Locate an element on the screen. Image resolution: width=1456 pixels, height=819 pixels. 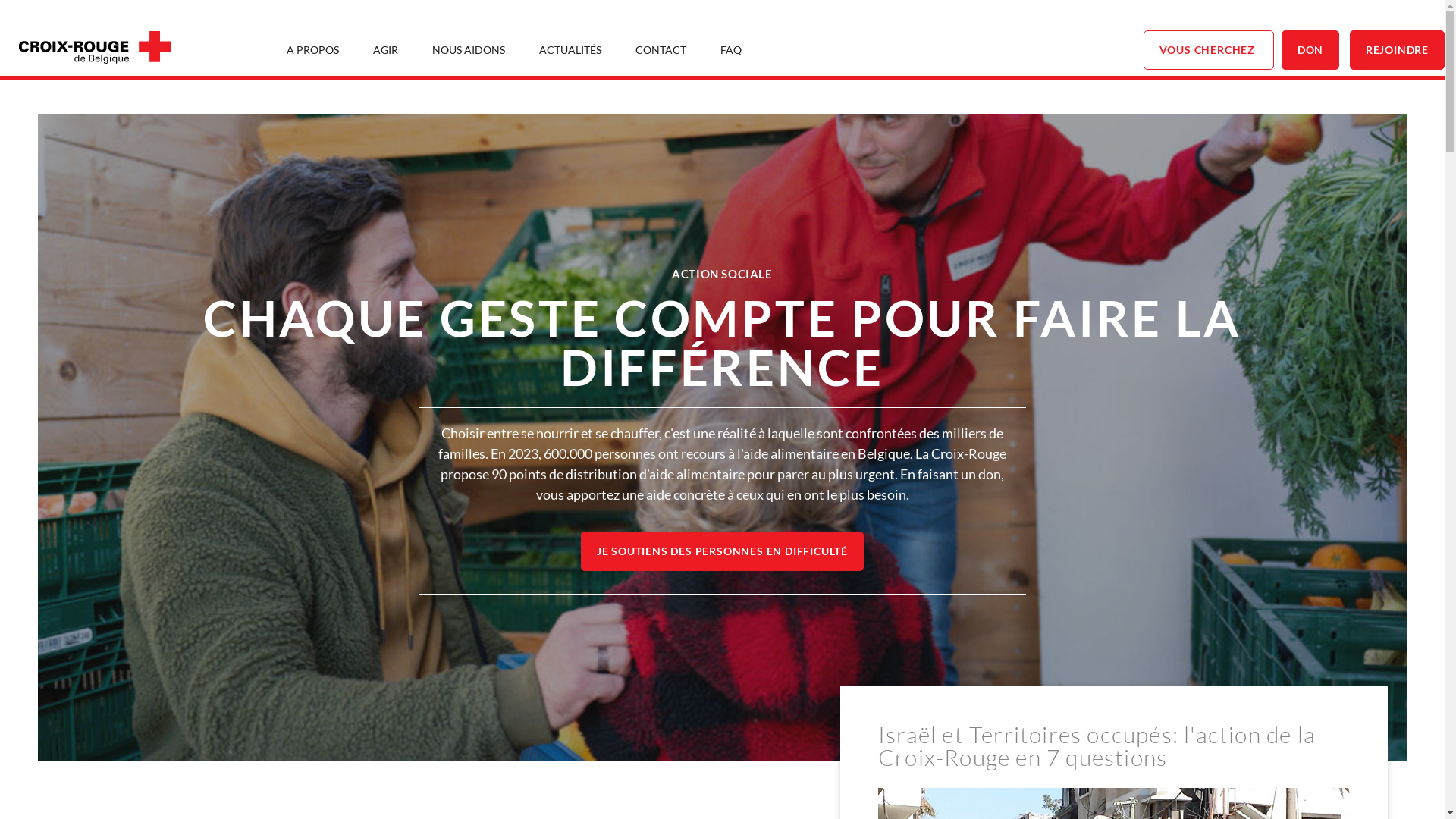
'NOS PRINCIPES' is located at coordinates (356, 96).